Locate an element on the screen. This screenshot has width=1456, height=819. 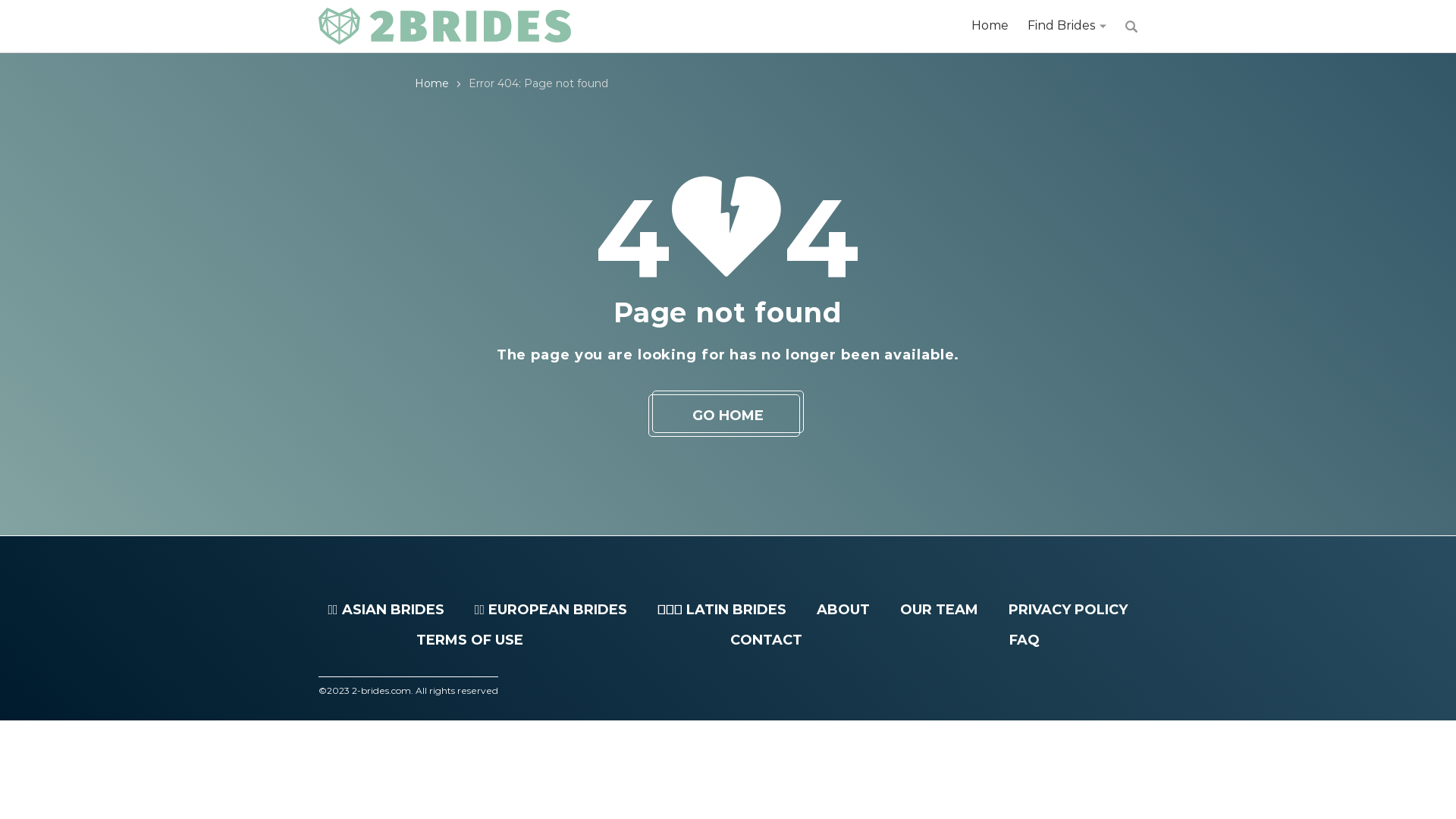
'ABOUT' is located at coordinates (815, 608).